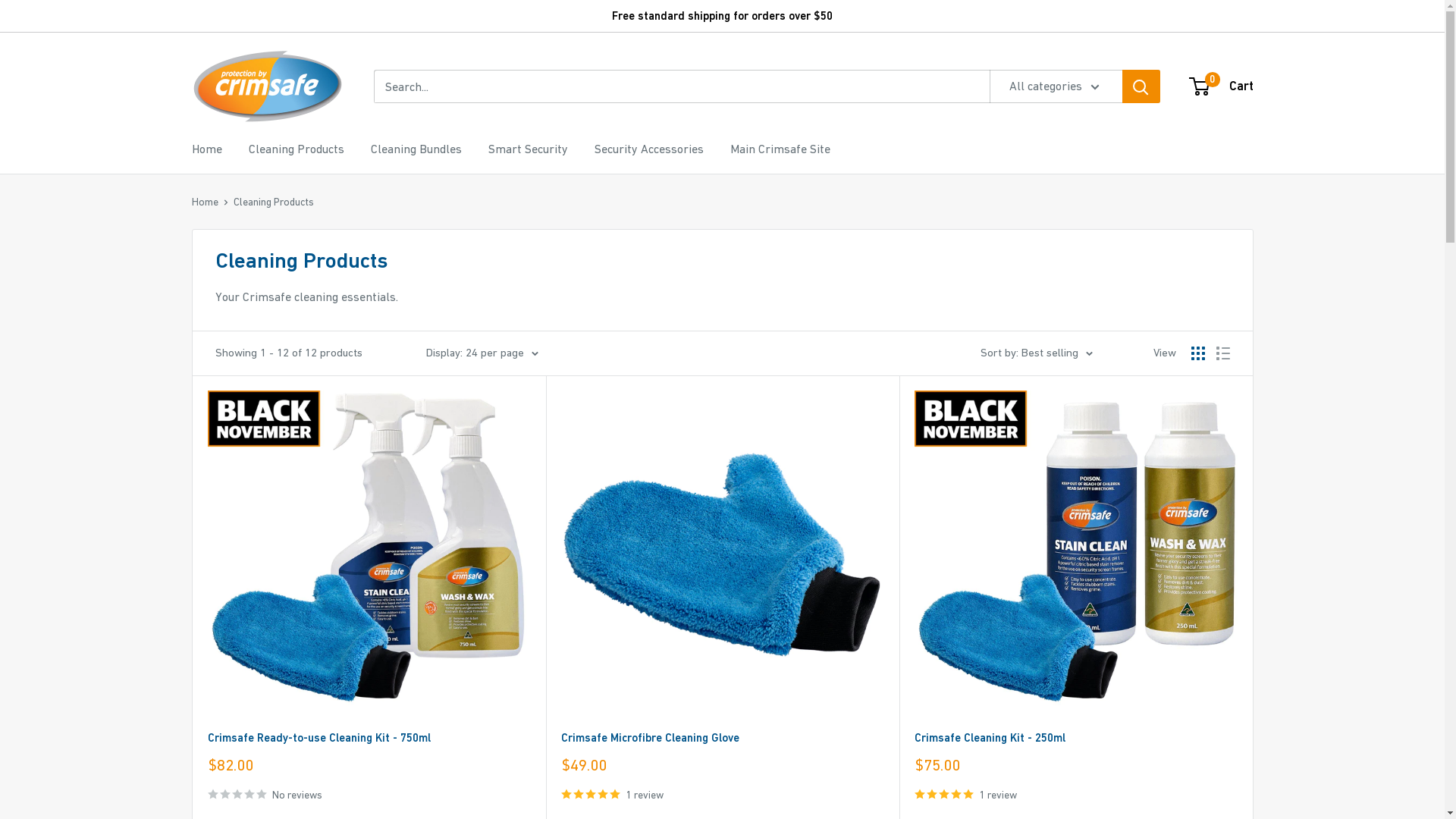  I want to click on 'Cleaning Bundles', so click(415, 149).